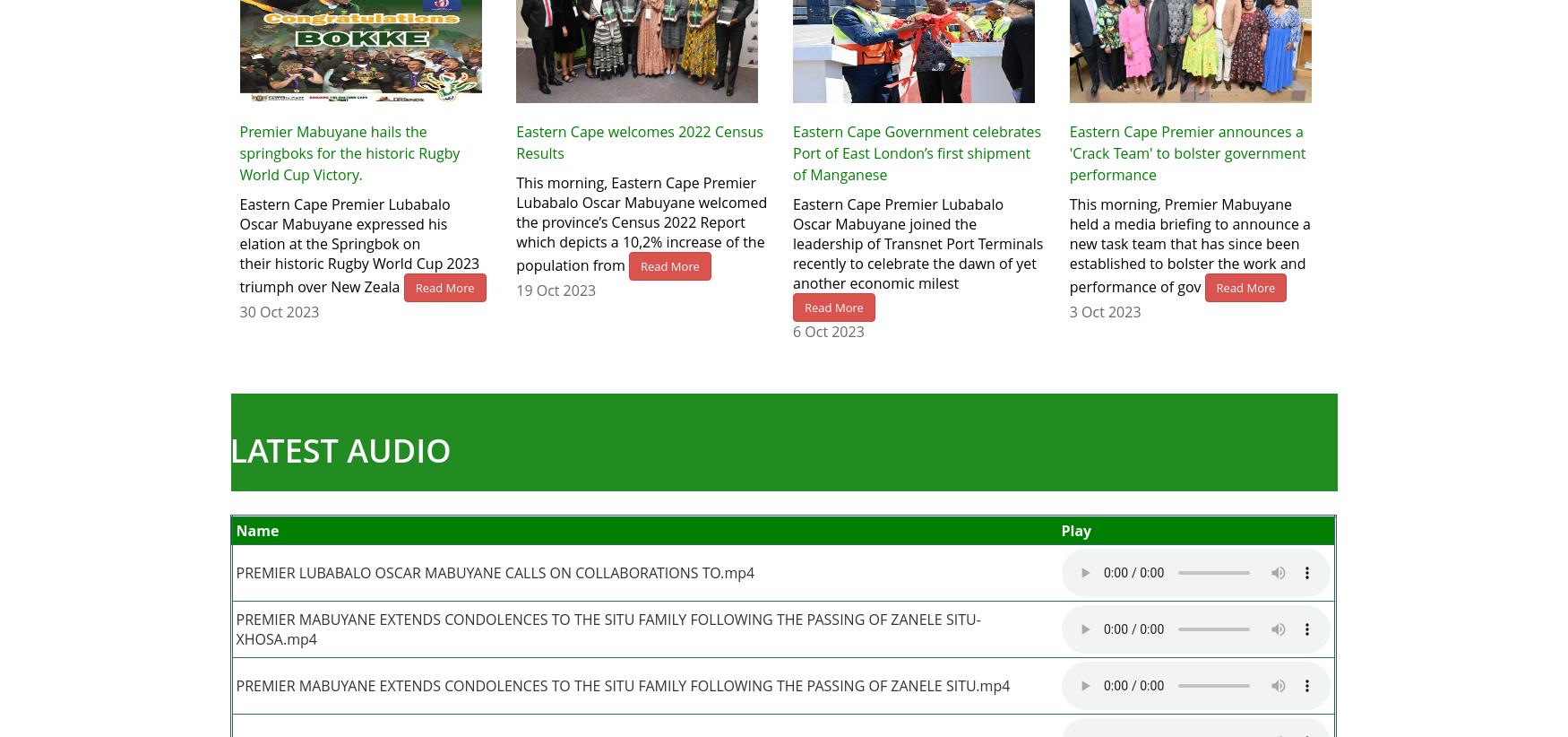 Image resolution: width=1568 pixels, height=737 pixels. Describe the element at coordinates (235, 629) in the screenshot. I see `'PREMIER MABUYANE EXTENDS CONDOLENCES TO THE SITU FAMILY FOLLOWING THE PASSING OF ZANELE SITU- XHOSA.mp4'` at that location.